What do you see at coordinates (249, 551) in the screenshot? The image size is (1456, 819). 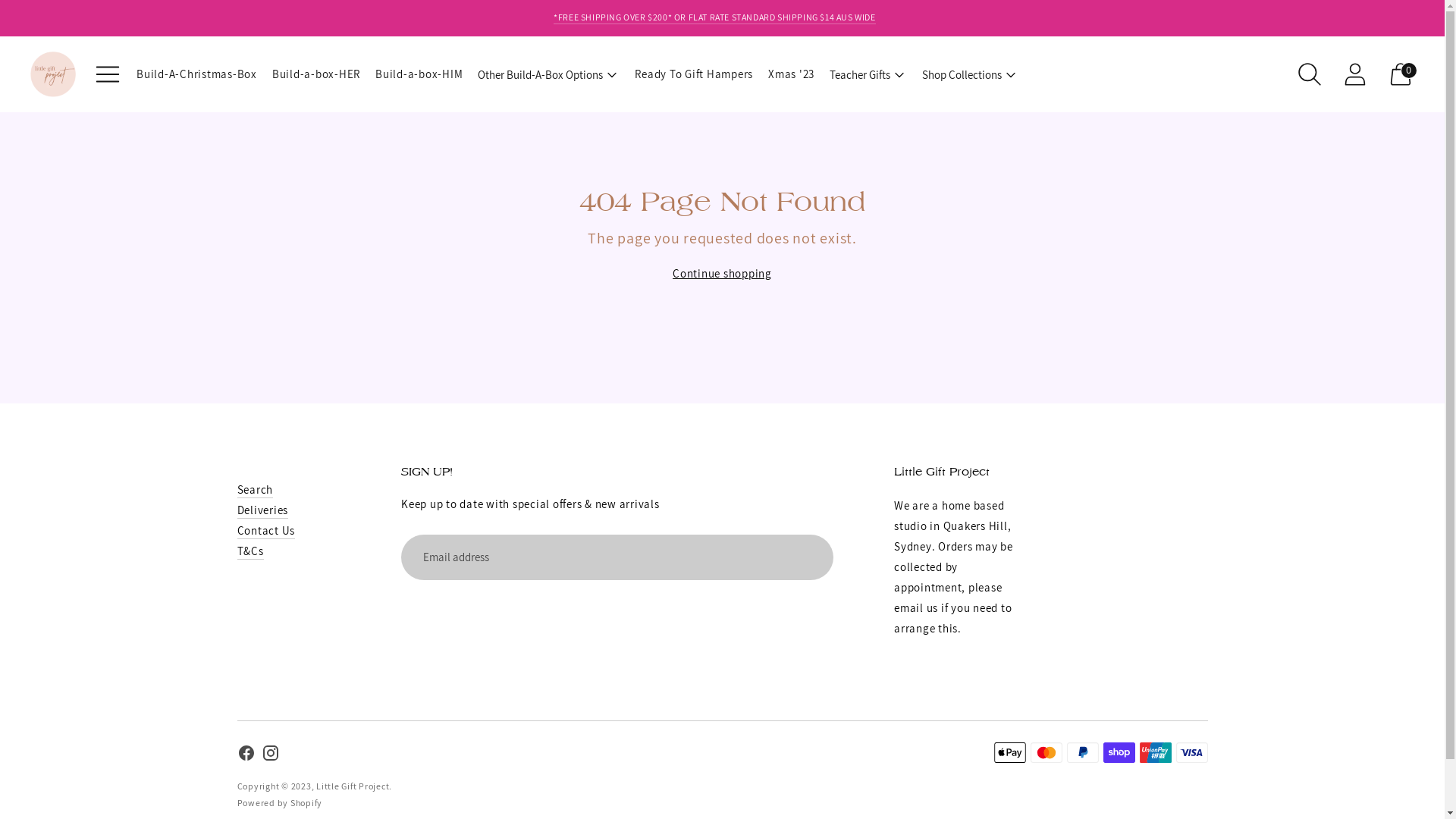 I see `'T&Cs'` at bounding box center [249, 551].